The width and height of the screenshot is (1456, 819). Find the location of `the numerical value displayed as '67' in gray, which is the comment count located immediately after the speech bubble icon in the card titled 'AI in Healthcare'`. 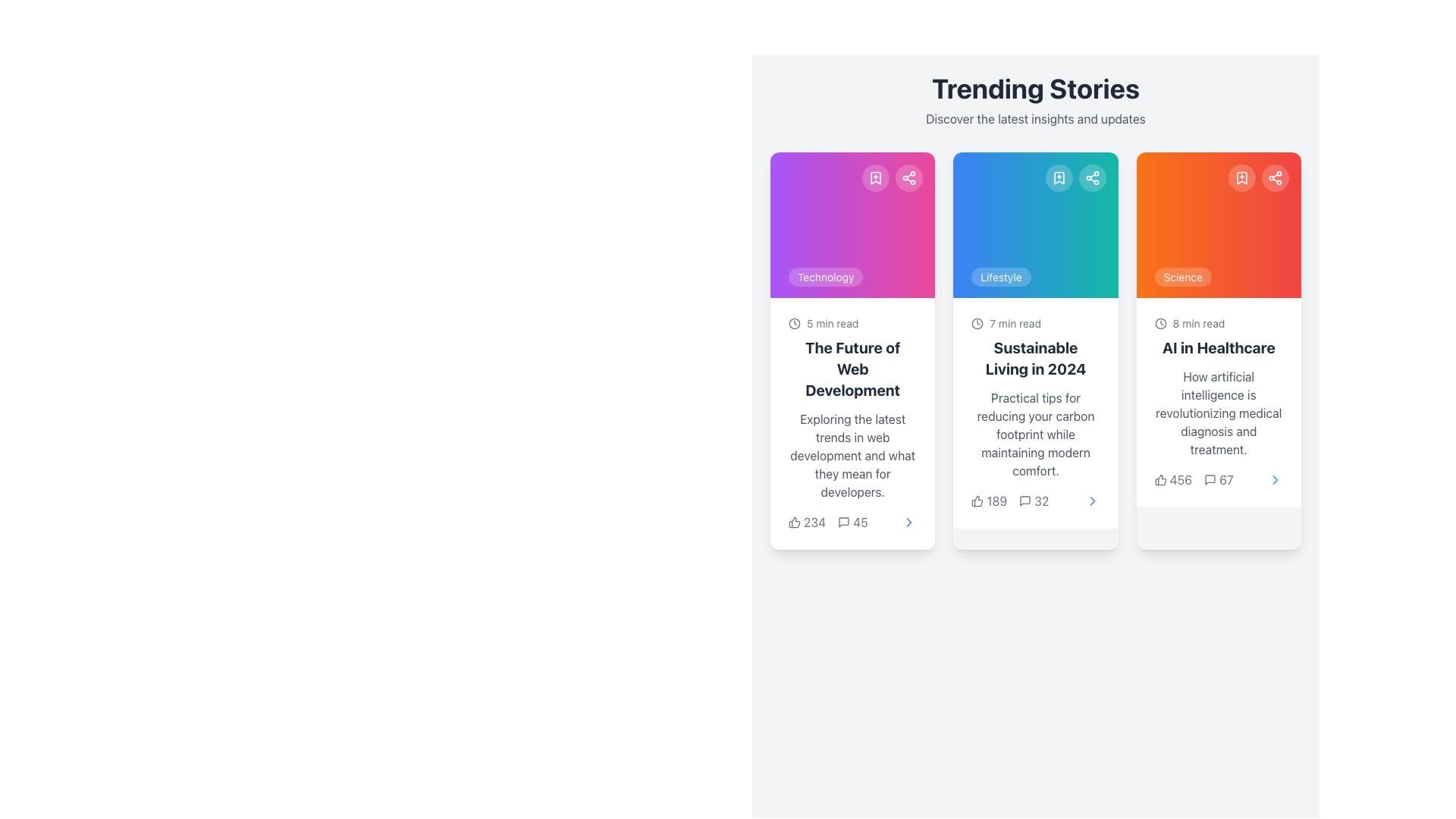

the numerical value displayed as '67' in gray, which is the comment count located immediately after the speech bubble icon in the card titled 'AI in Healthcare' is located at coordinates (1219, 479).